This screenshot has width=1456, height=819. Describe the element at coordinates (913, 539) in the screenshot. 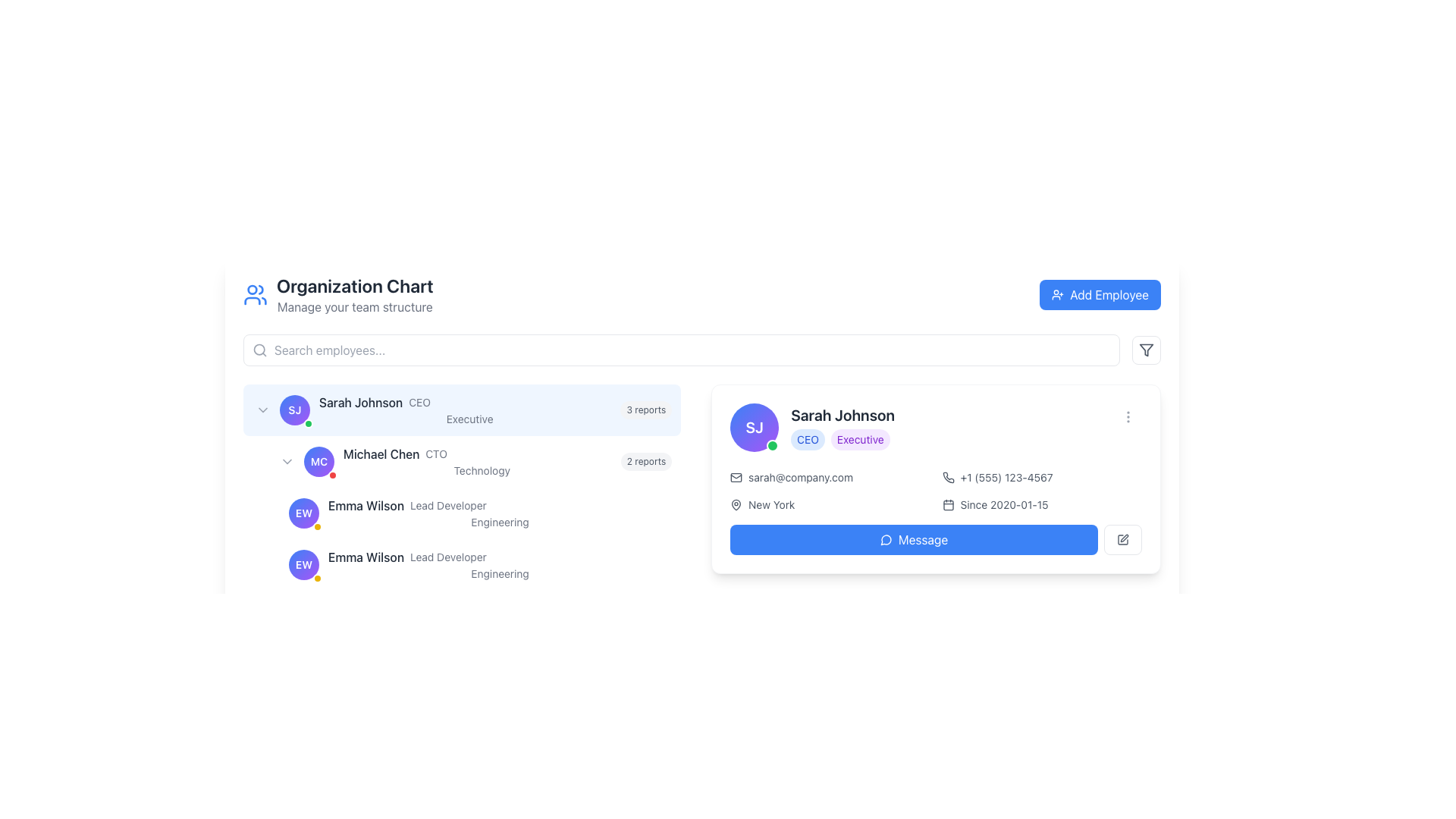

I see `the message action button for 'Sarah Johnson', located in the lower part of her profile card` at that location.